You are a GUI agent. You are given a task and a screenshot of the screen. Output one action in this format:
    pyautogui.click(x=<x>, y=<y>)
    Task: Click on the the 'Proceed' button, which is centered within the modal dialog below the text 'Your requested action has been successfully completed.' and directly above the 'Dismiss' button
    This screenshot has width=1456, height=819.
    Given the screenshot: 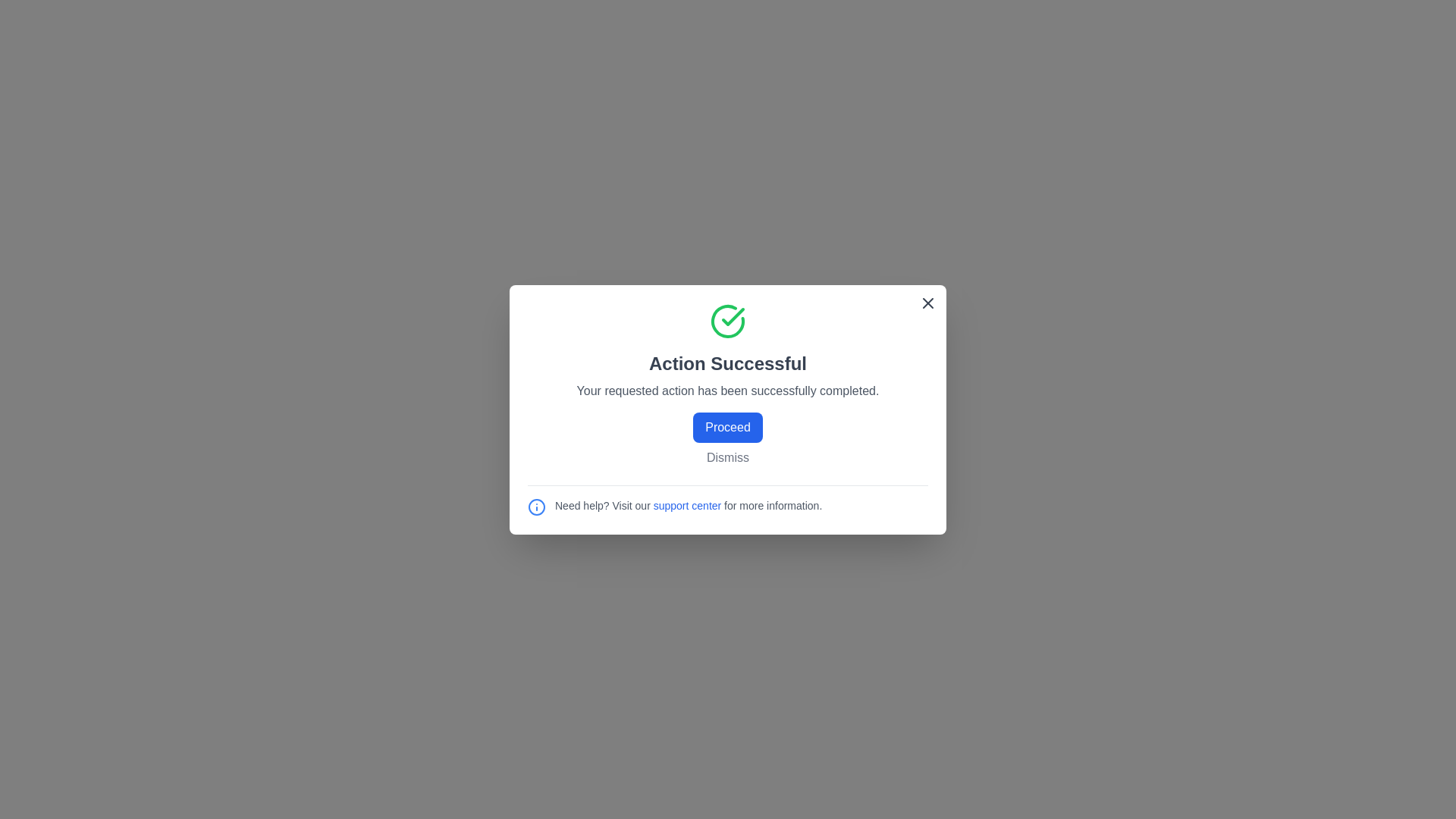 What is the action you would take?
    pyautogui.click(x=728, y=427)
    